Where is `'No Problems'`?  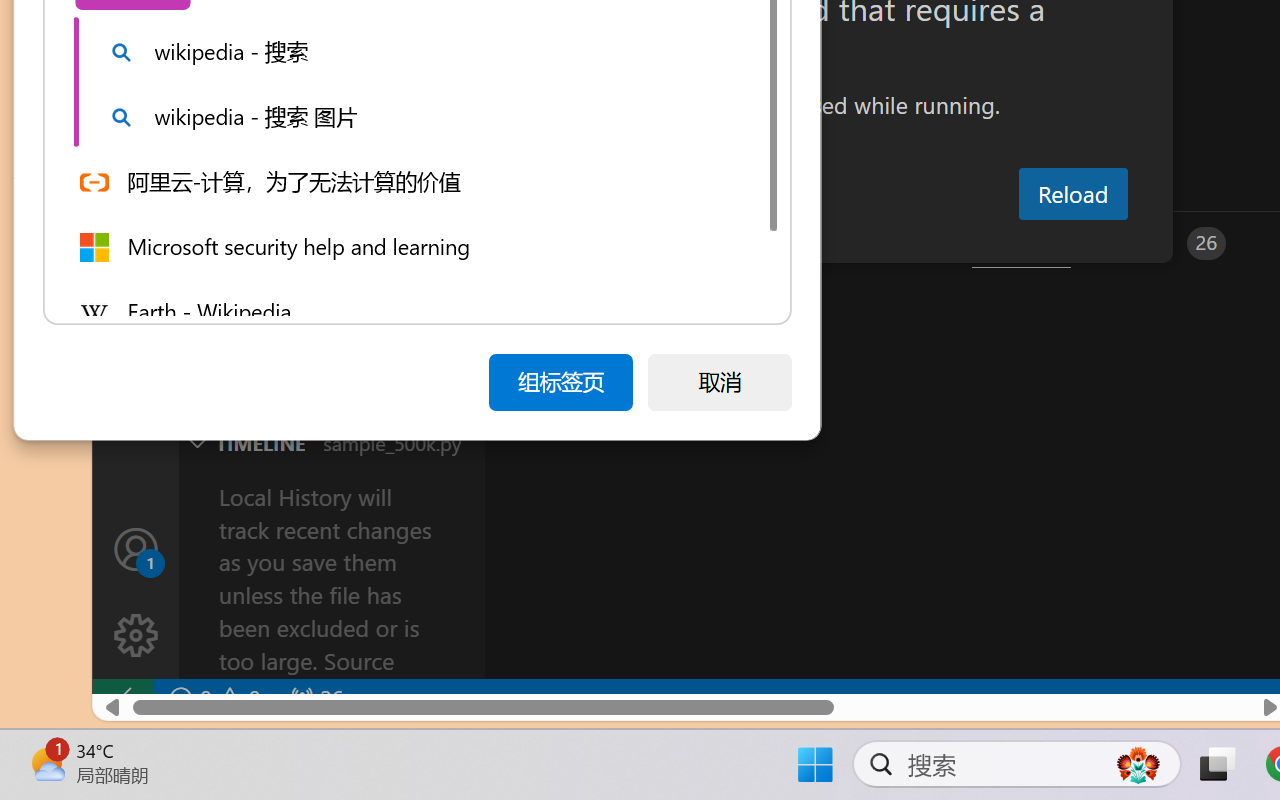
'No Problems' is located at coordinates (213, 698).